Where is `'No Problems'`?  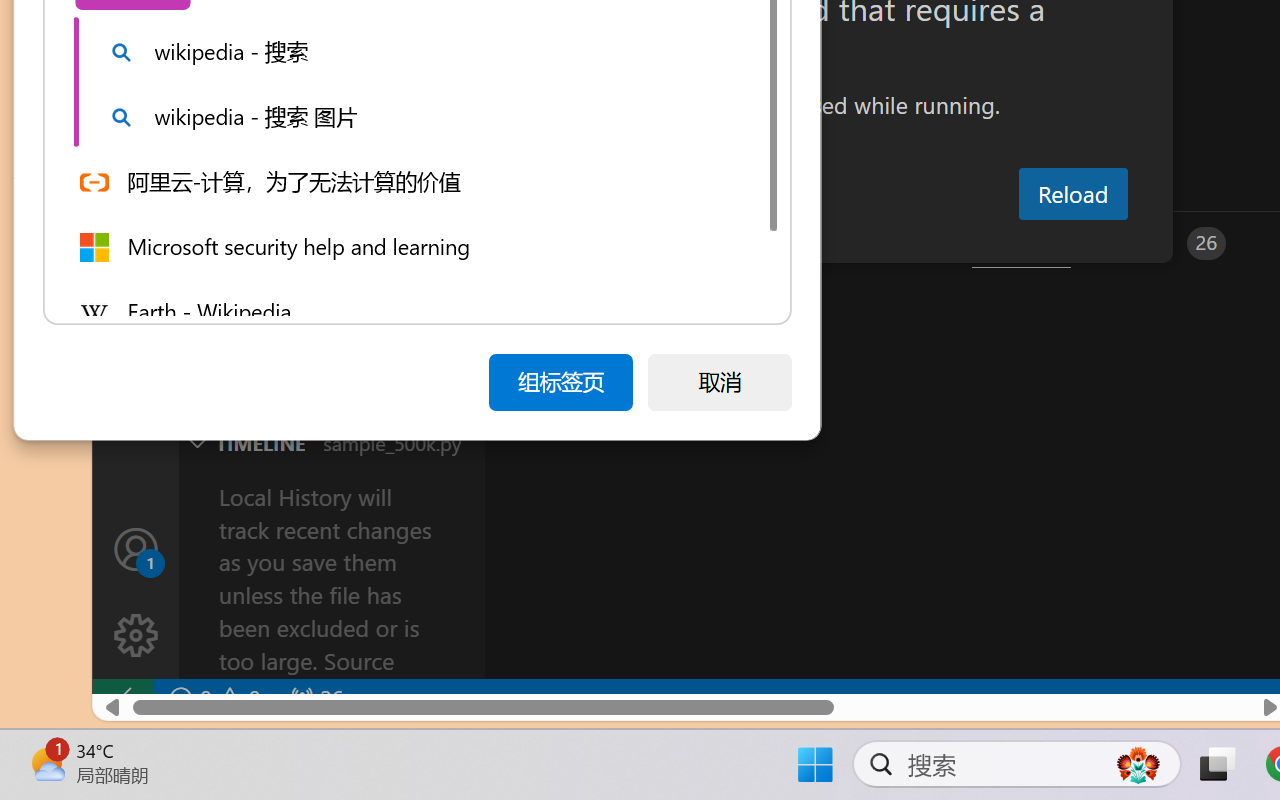
'No Problems' is located at coordinates (213, 698).